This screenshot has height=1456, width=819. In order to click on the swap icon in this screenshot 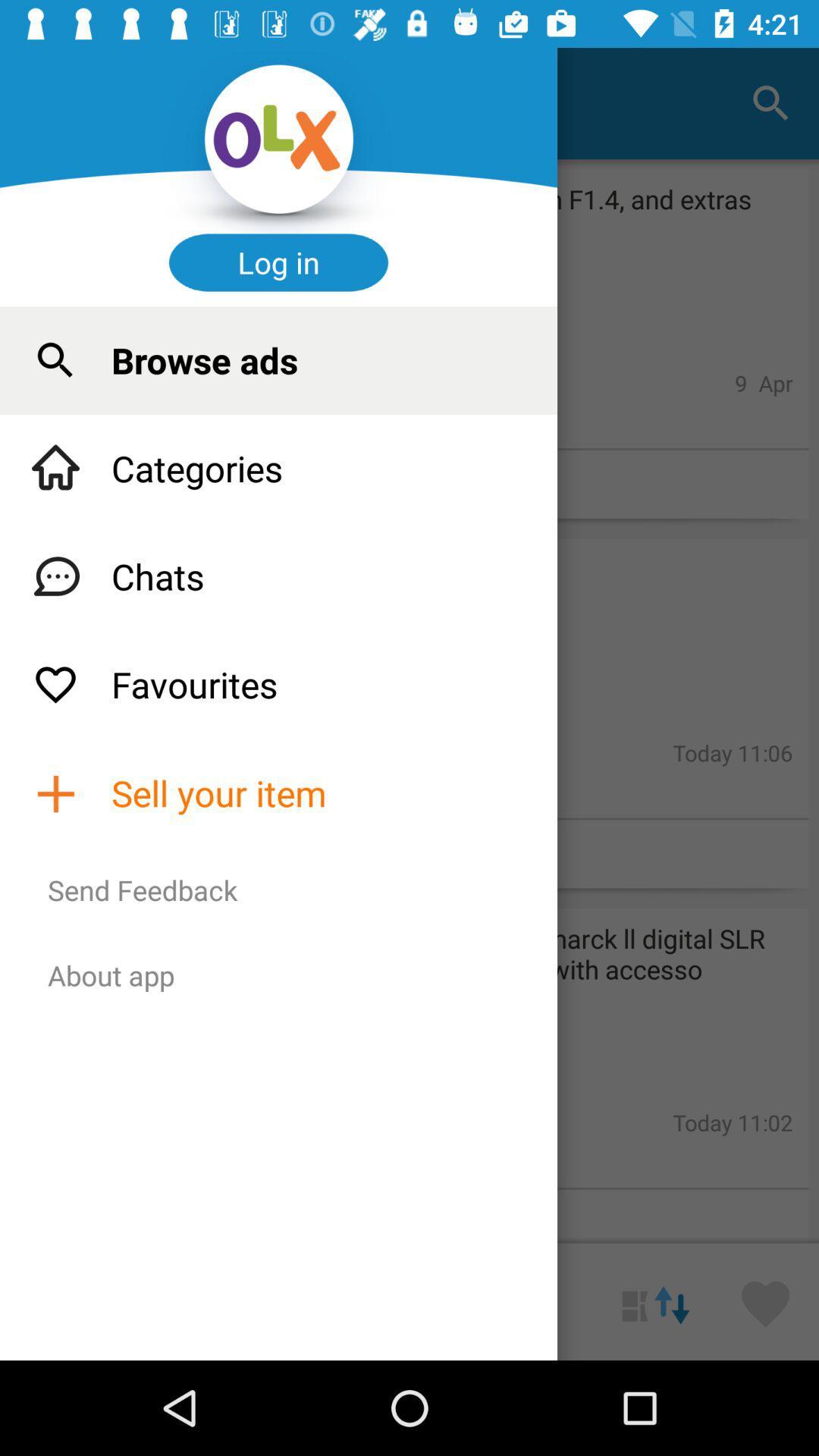, I will do `click(654, 1301)`.